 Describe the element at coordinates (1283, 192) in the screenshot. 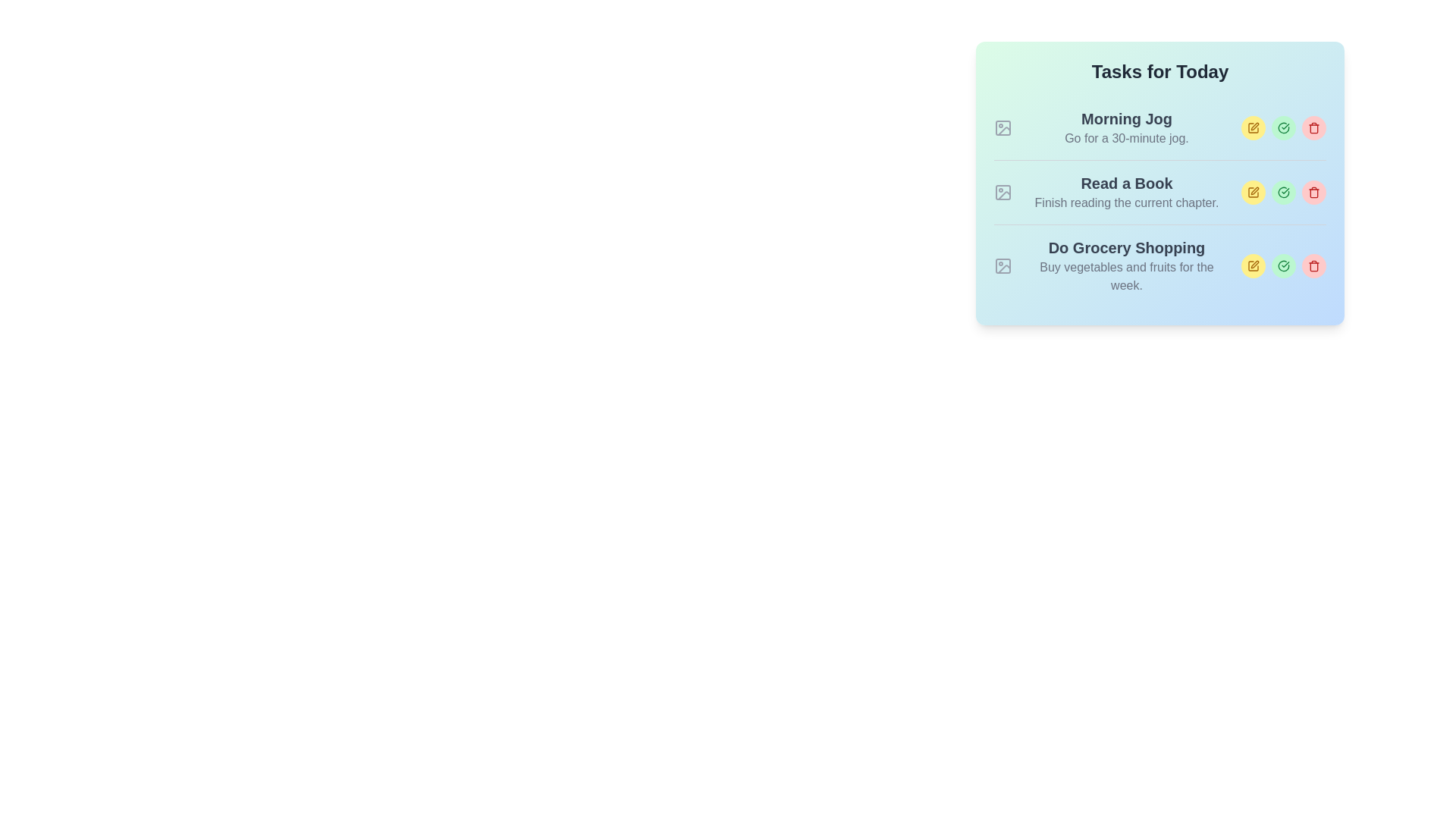

I see `the circular green button with a checkmark icon located in the 'Read a Book' task section, which is the second icon from the right` at that location.